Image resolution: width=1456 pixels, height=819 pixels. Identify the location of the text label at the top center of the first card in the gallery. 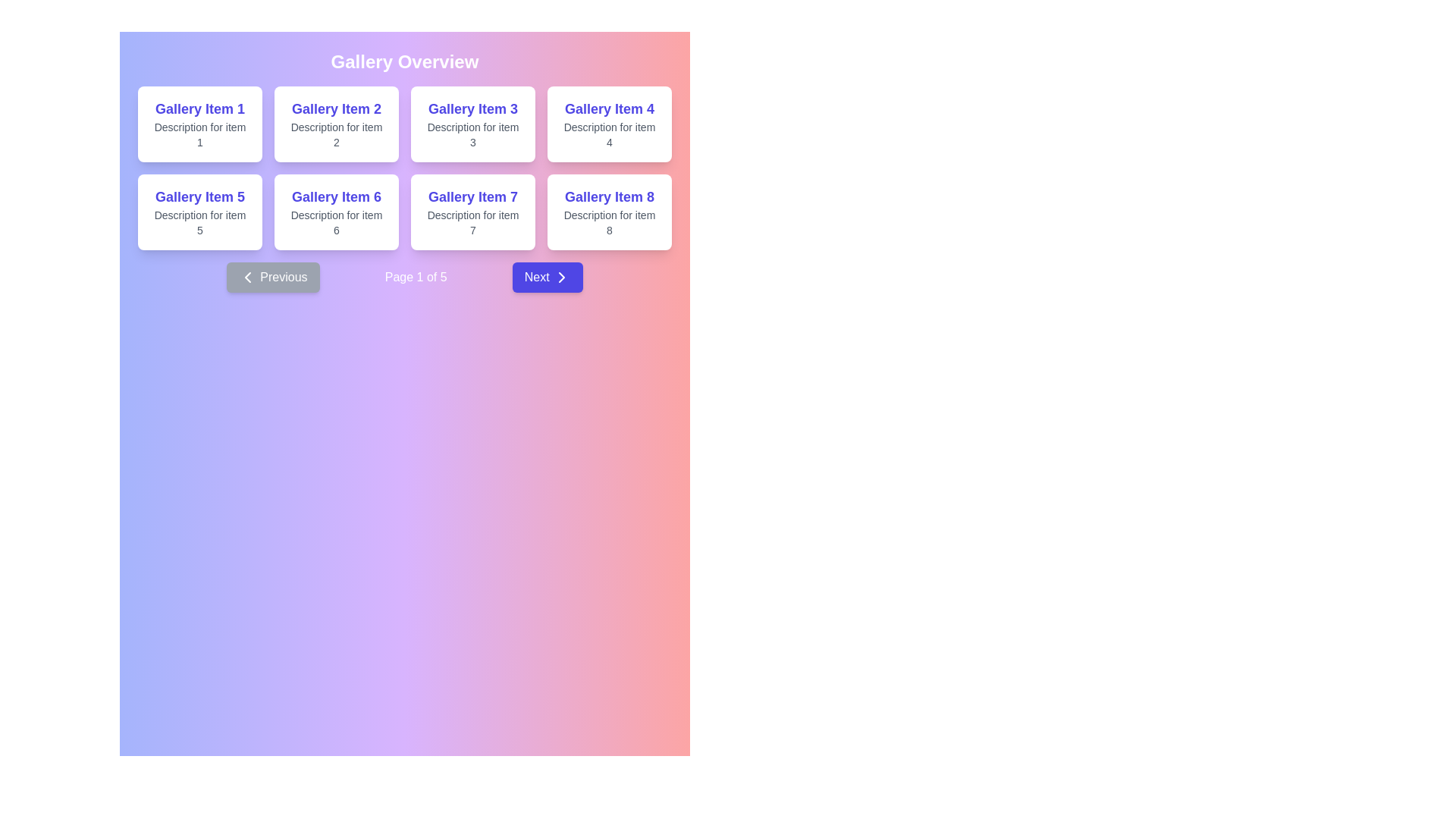
(199, 108).